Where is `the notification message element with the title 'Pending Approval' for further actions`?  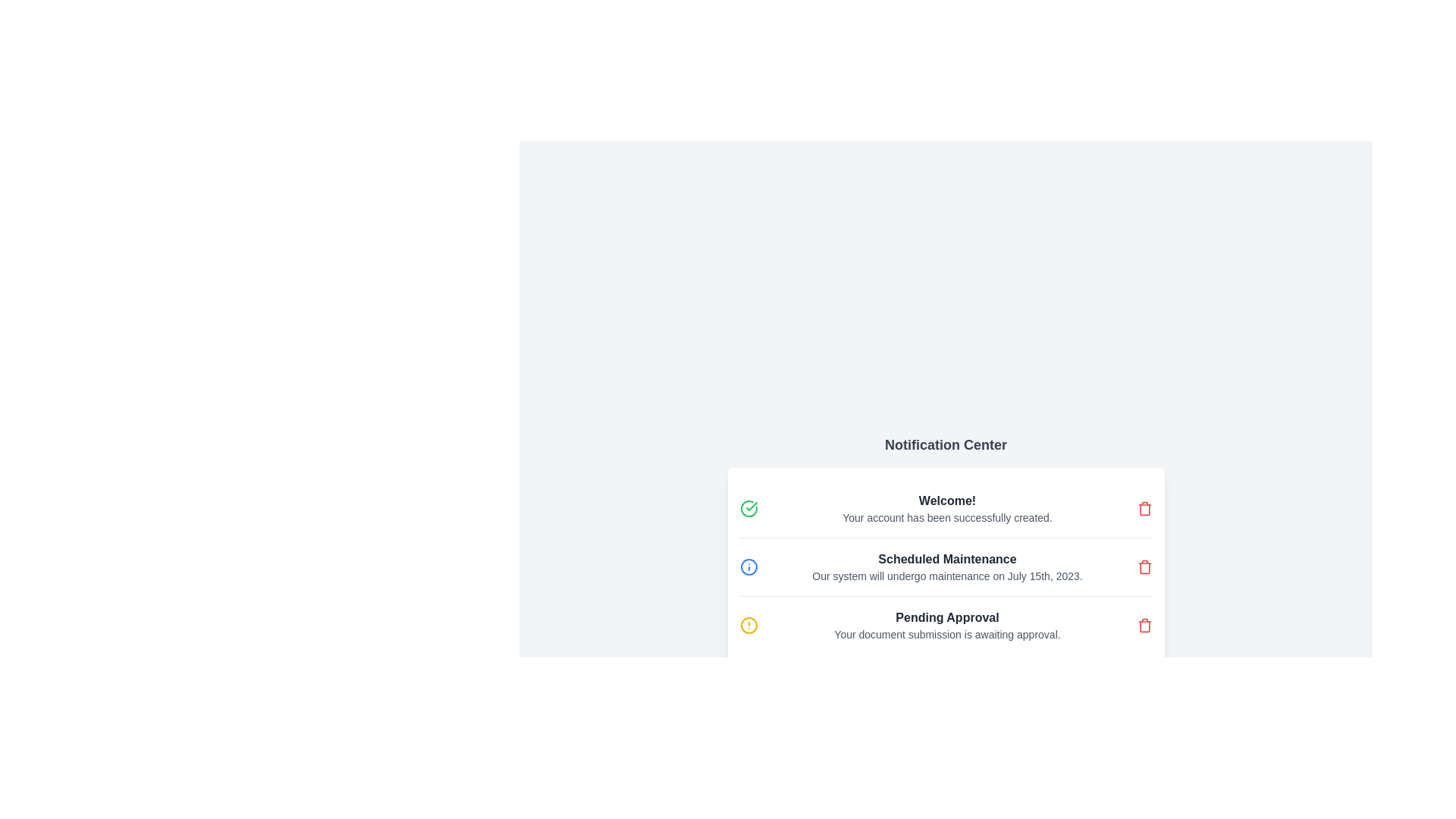 the notification message element with the title 'Pending Approval' for further actions is located at coordinates (946, 626).